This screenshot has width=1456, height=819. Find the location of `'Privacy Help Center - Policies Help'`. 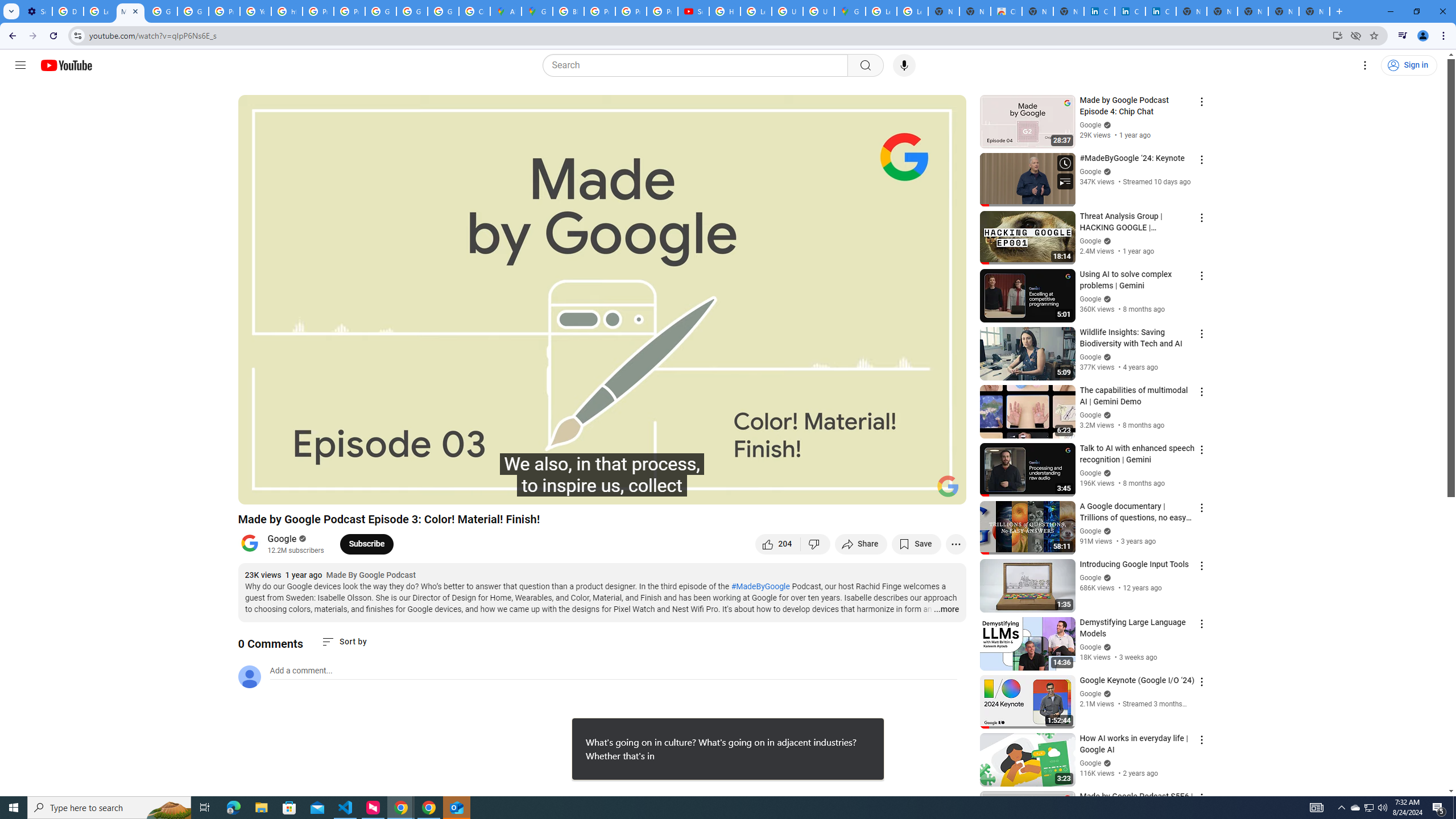

'Privacy Help Center - Policies Help' is located at coordinates (630, 11).